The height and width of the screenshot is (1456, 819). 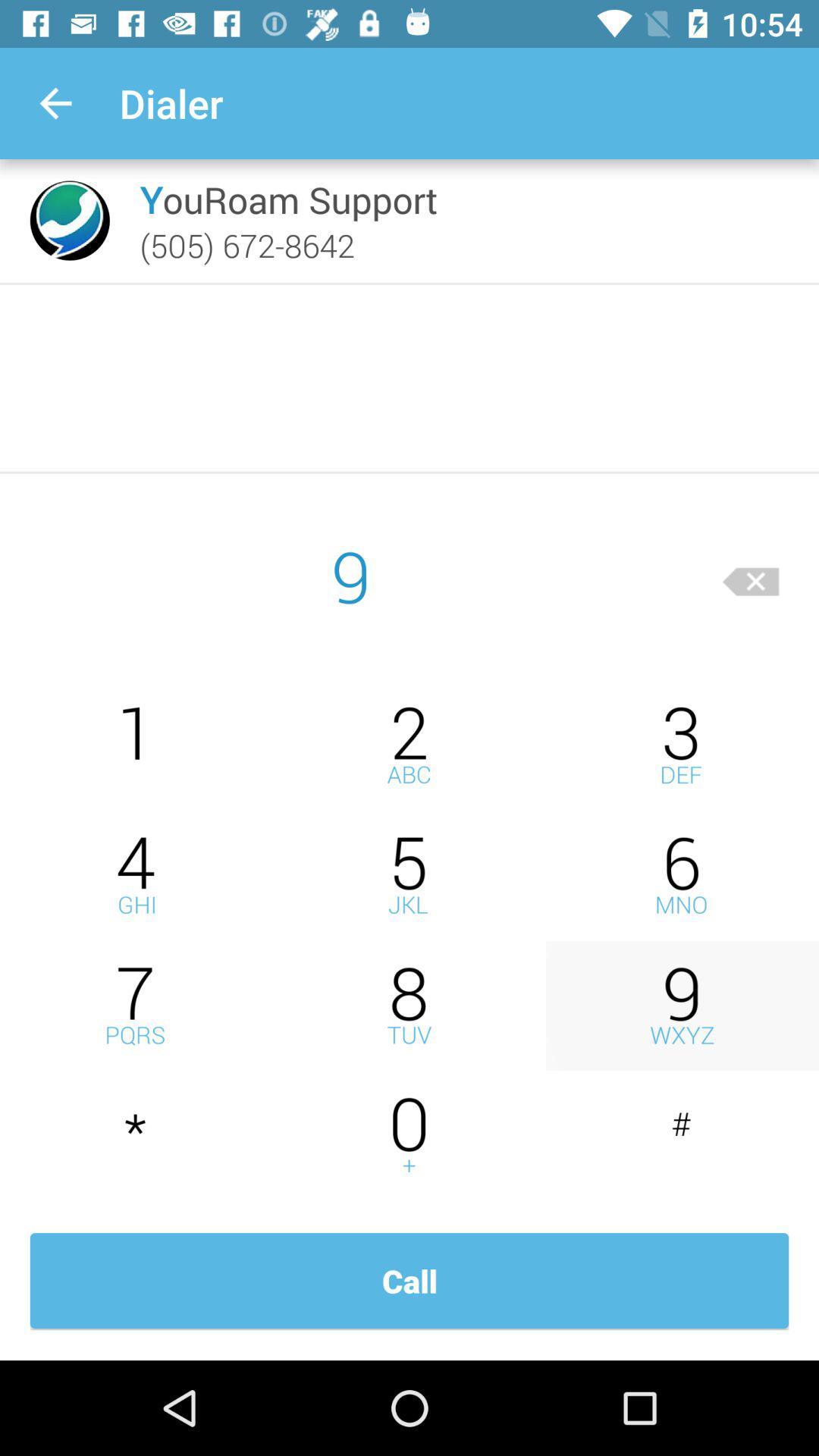 I want to click on click number 7, so click(x=136, y=1006).